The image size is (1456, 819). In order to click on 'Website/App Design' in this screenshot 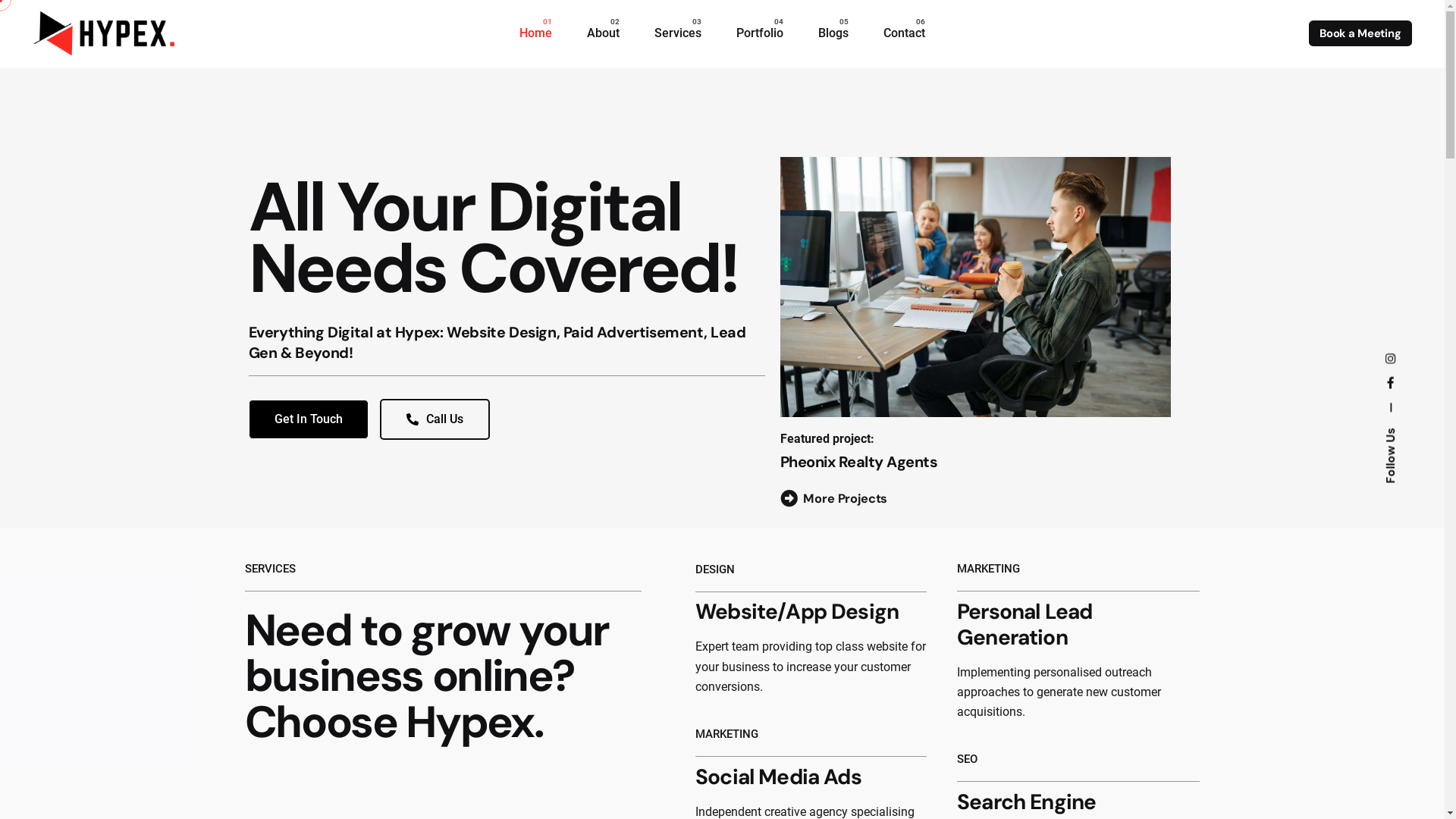, I will do `click(796, 610)`.